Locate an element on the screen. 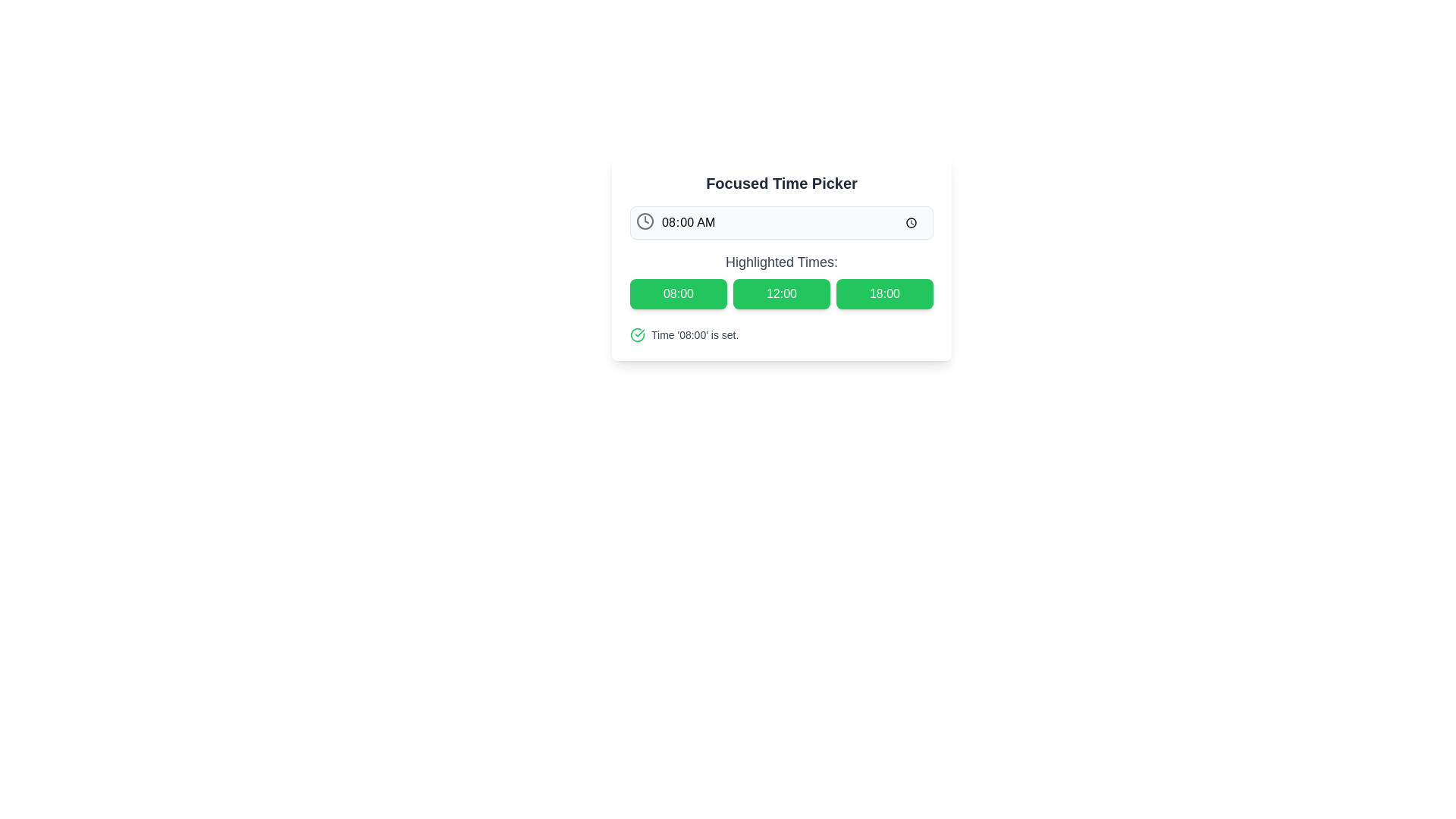 Image resolution: width=1456 pixels, height=819 pixels. the second button labeled '12:00' in the 'Focused Time Picker' panel is located at coordinates (782, 294).